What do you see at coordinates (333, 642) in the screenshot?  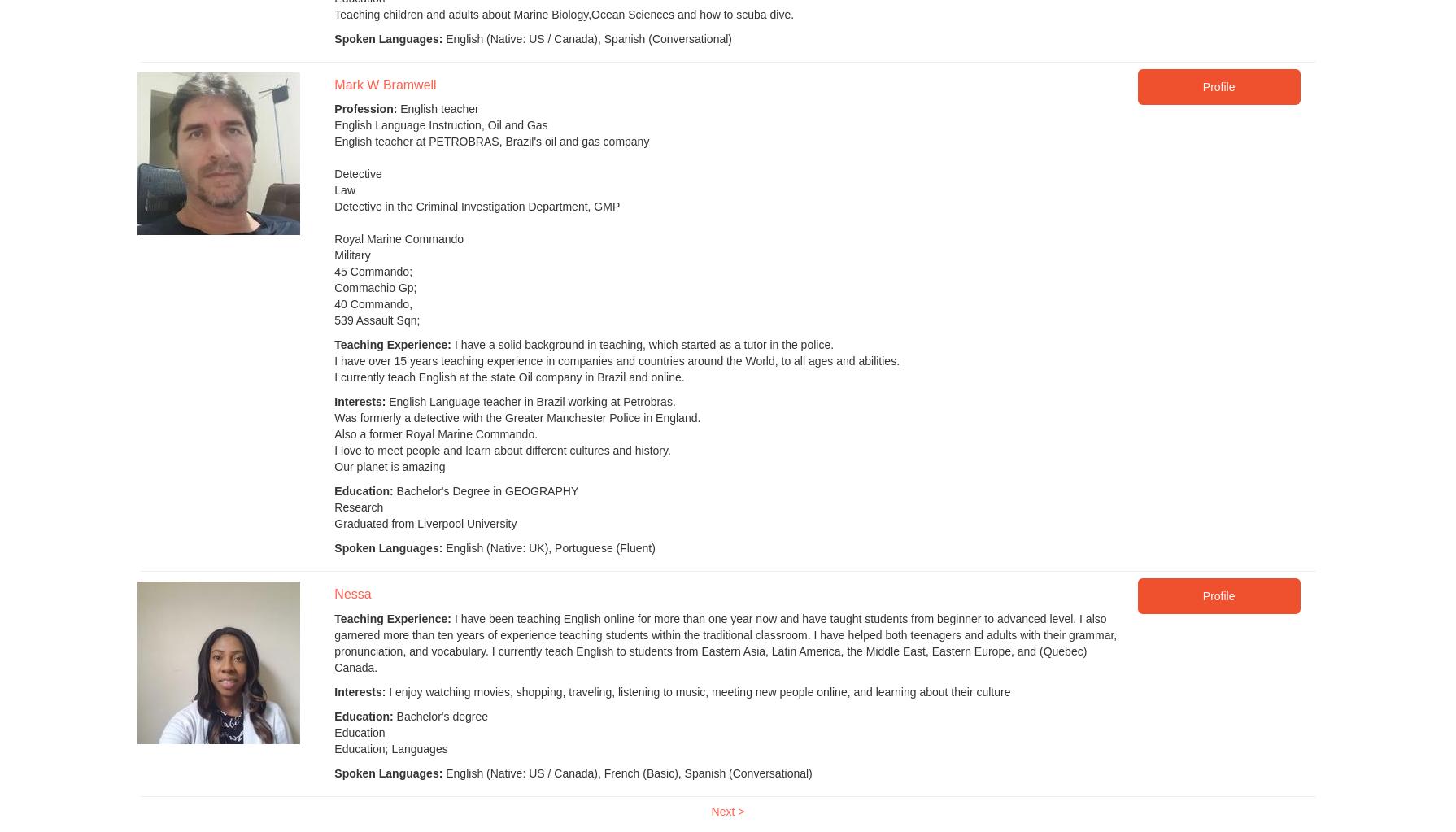 I see `'I have been teaching English online for more than one year now and have taught students from beginner to advanced level. I also garnered more than ten years of experience teaching students within the traditional classroom. I have helped both teenagers and adults with their grammar, pronunciation, and vocabulary.  I currently teach English to students from Eastern Asia, Latin America, the Middle East, Eastern Europe, and (Quebec) Canada.'` at bounding box center [333, 642].